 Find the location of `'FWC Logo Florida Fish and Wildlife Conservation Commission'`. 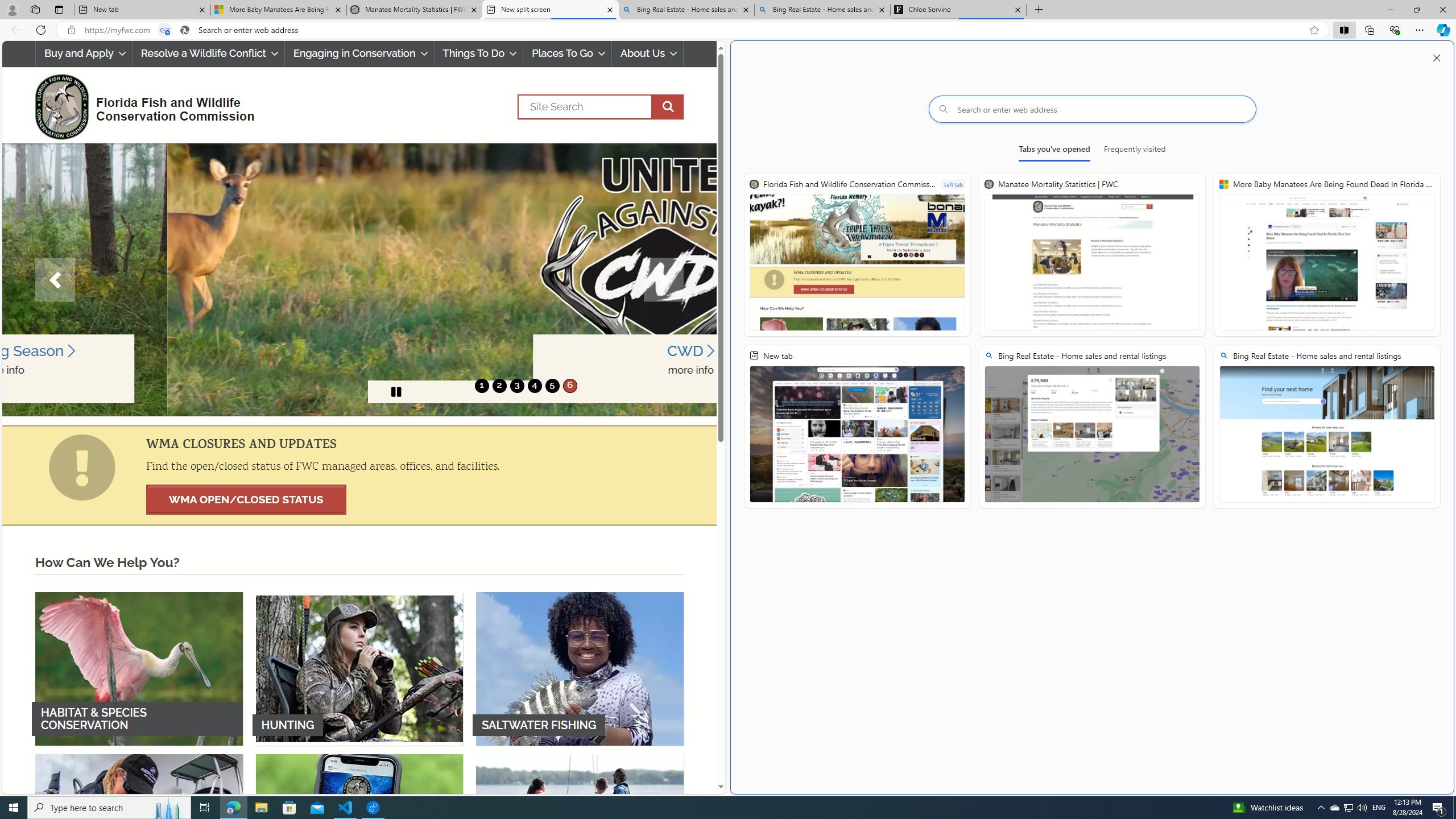

'FWC Logo Florida Fish and Wildlife Conservation Commission' is located at coordinates (139, 105).